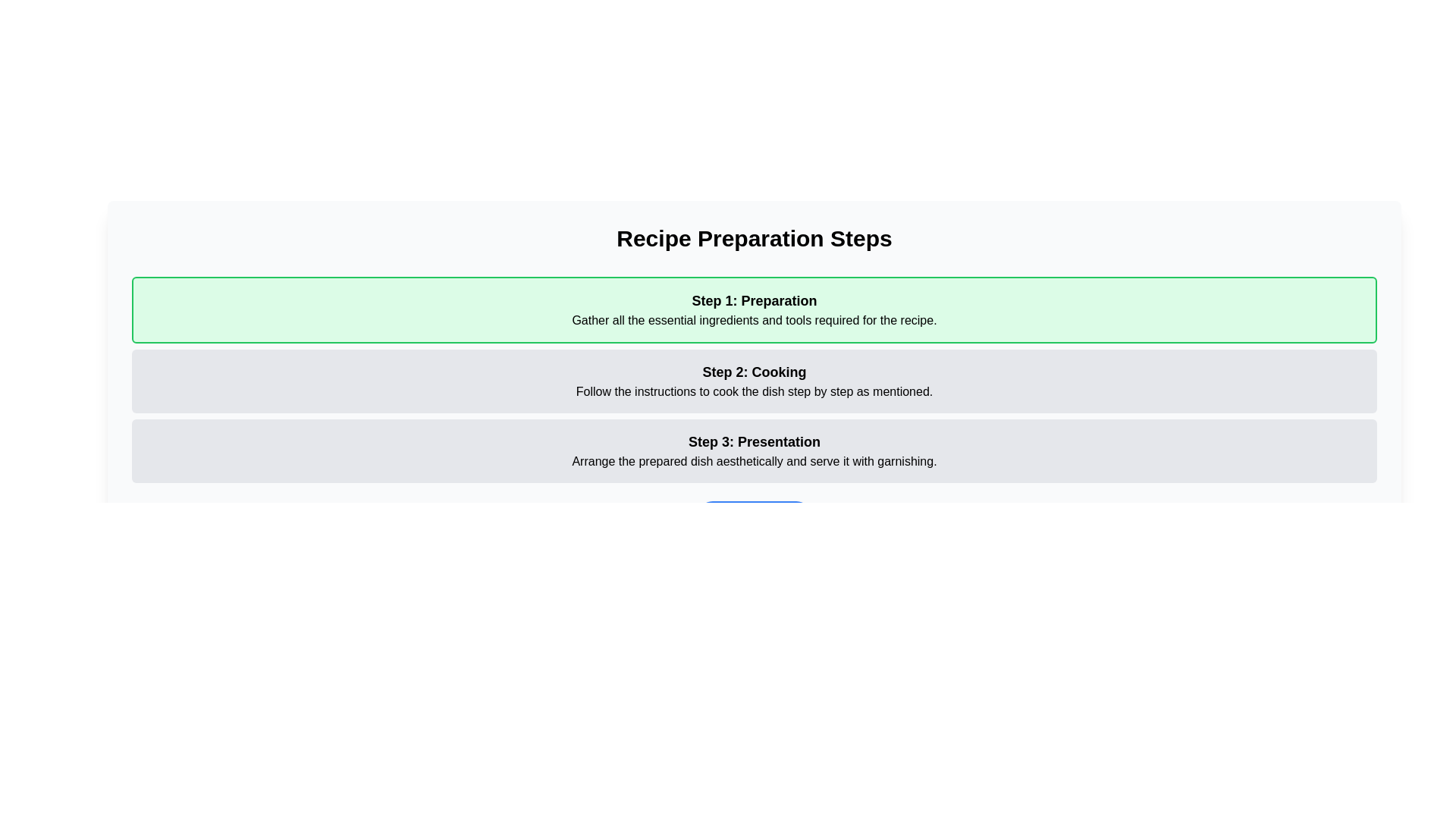 This screenshot has width=1456, height=819. What do you see at coordinates (754, 309) in the screenshot?
I see `information displayed in the Instruction box, which has a light green background and contains the text 'Step 1: Preparation' followed by details about gathering ingredients and tools` at bounding box center [754, 309].